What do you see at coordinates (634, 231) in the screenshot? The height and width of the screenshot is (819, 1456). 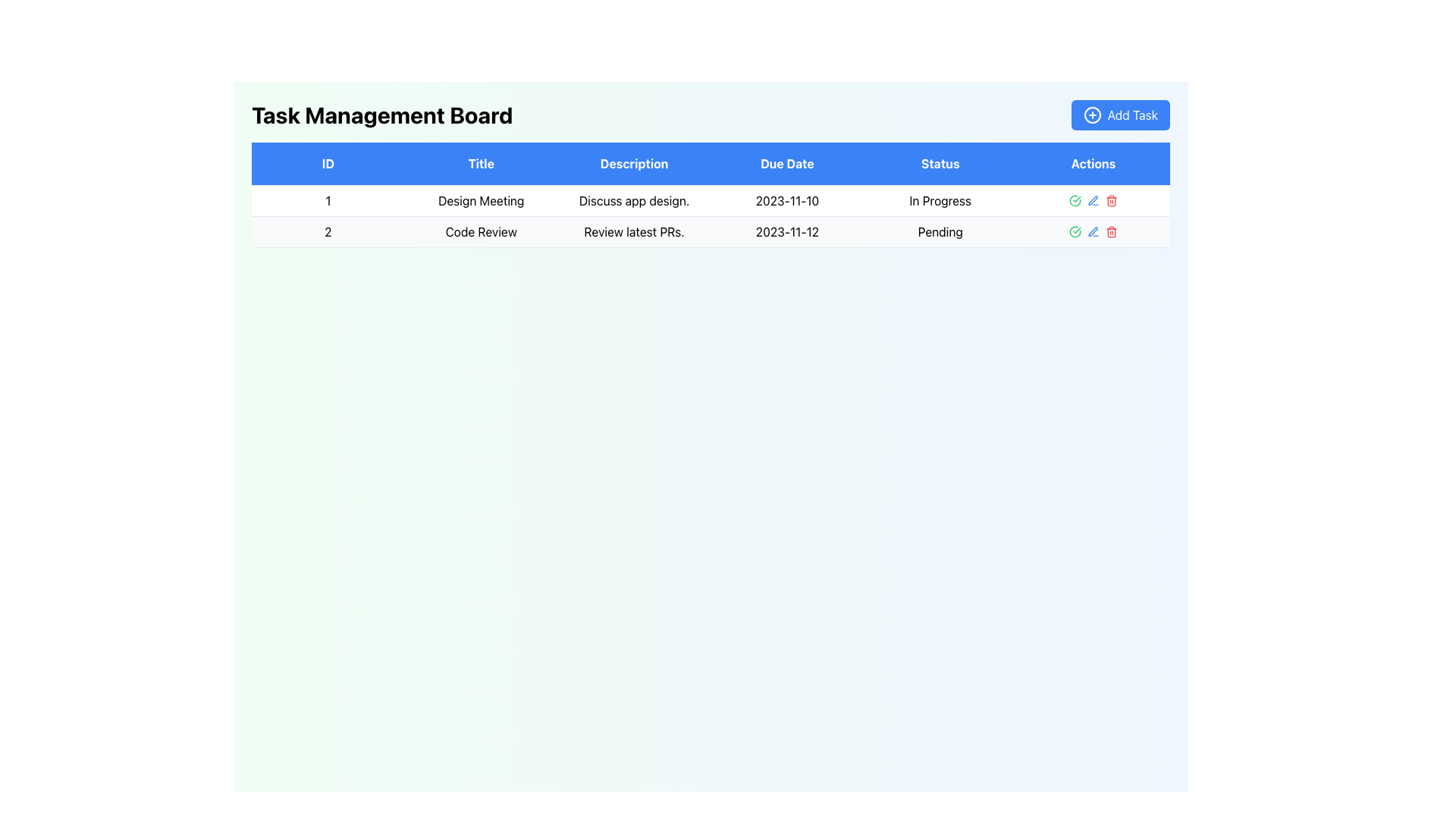 I see `the Static Text Label that describes the code review task, located in the second row under the 'Description' column, between 'Code Review' on the left and '2023-11-12' on the right` at bounding box center [634, 231].